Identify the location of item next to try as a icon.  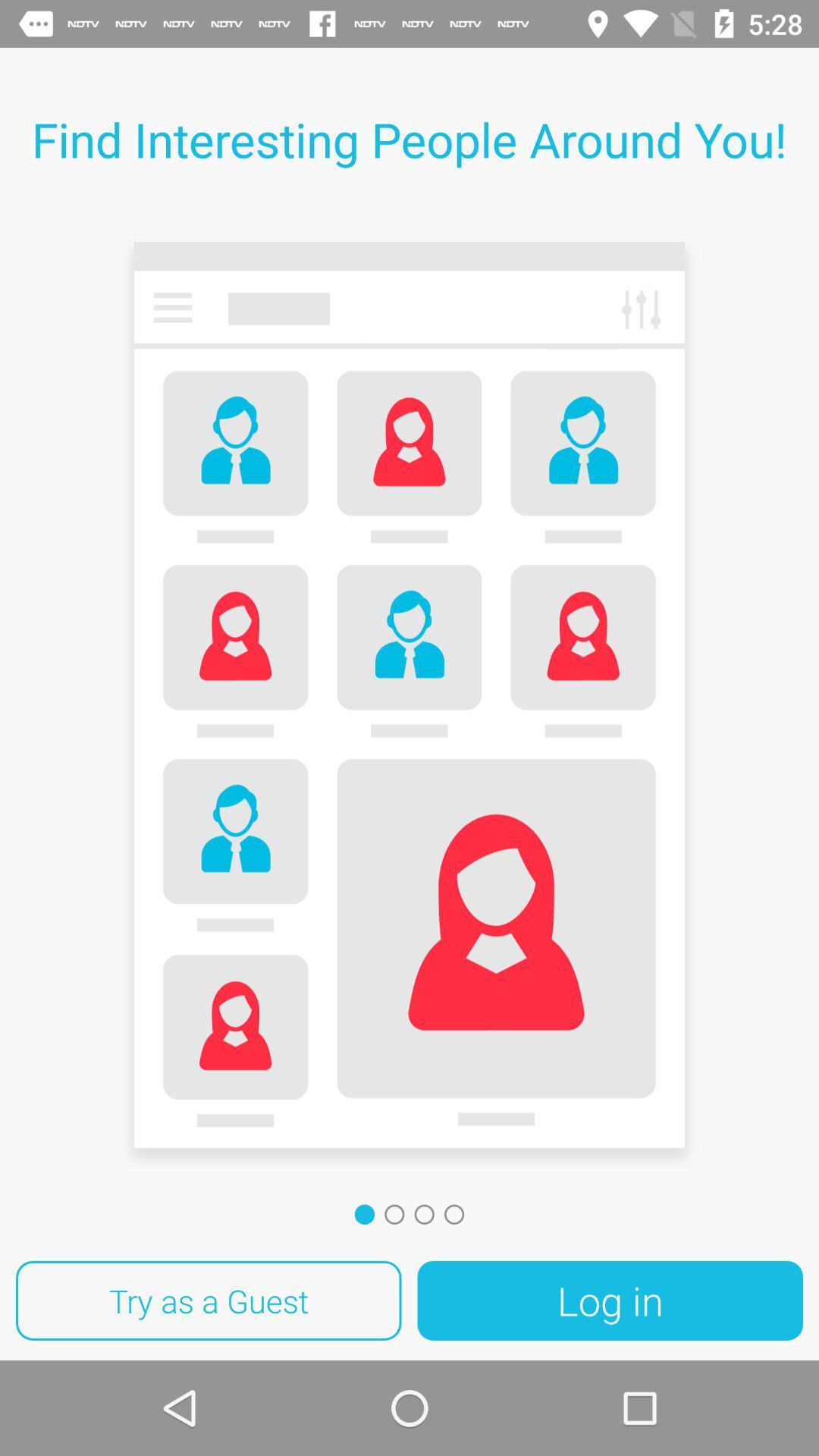
(609, 1300).